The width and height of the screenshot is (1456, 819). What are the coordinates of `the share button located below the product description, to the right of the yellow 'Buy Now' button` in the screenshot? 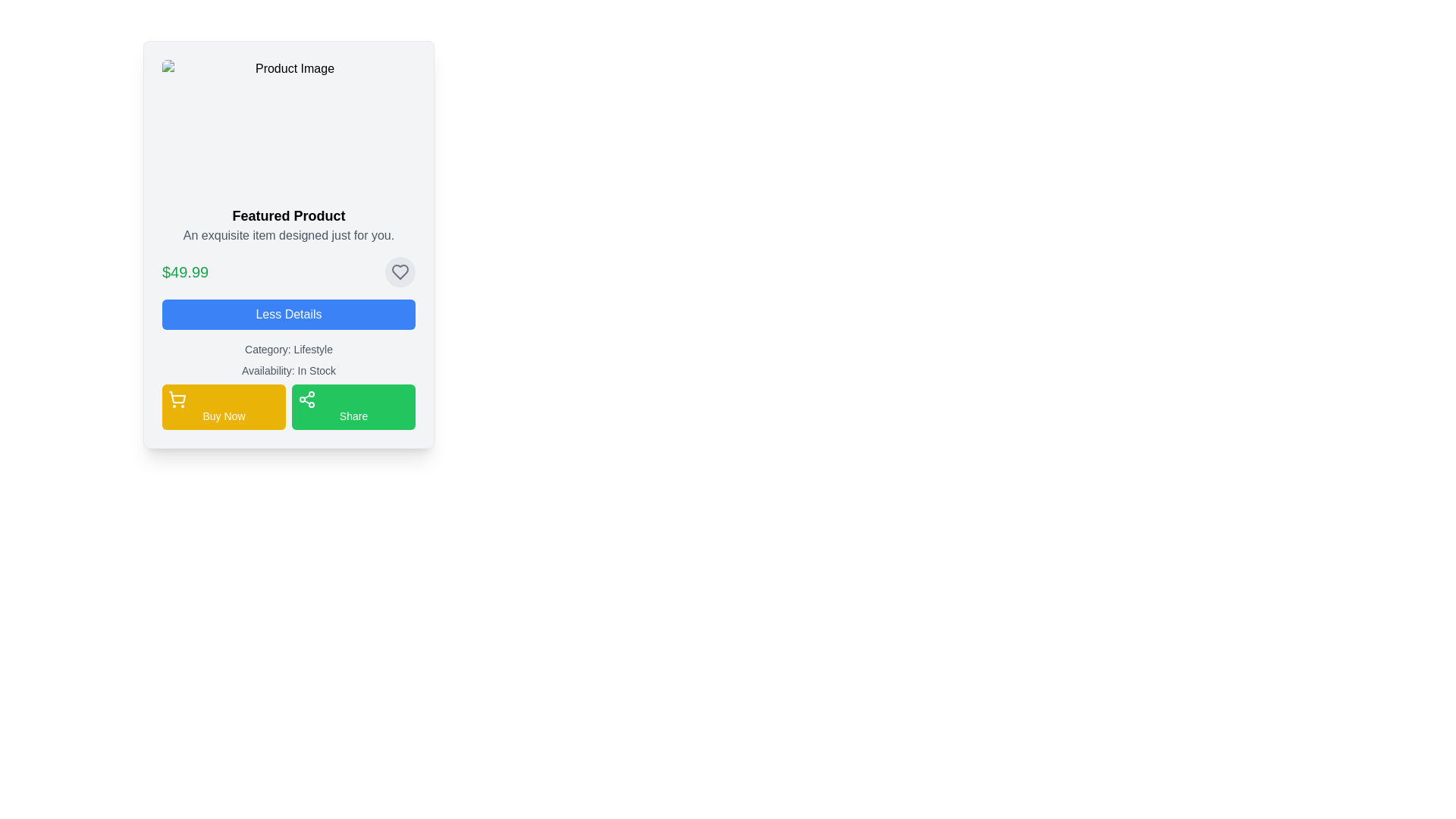 It's located at (353, 406).